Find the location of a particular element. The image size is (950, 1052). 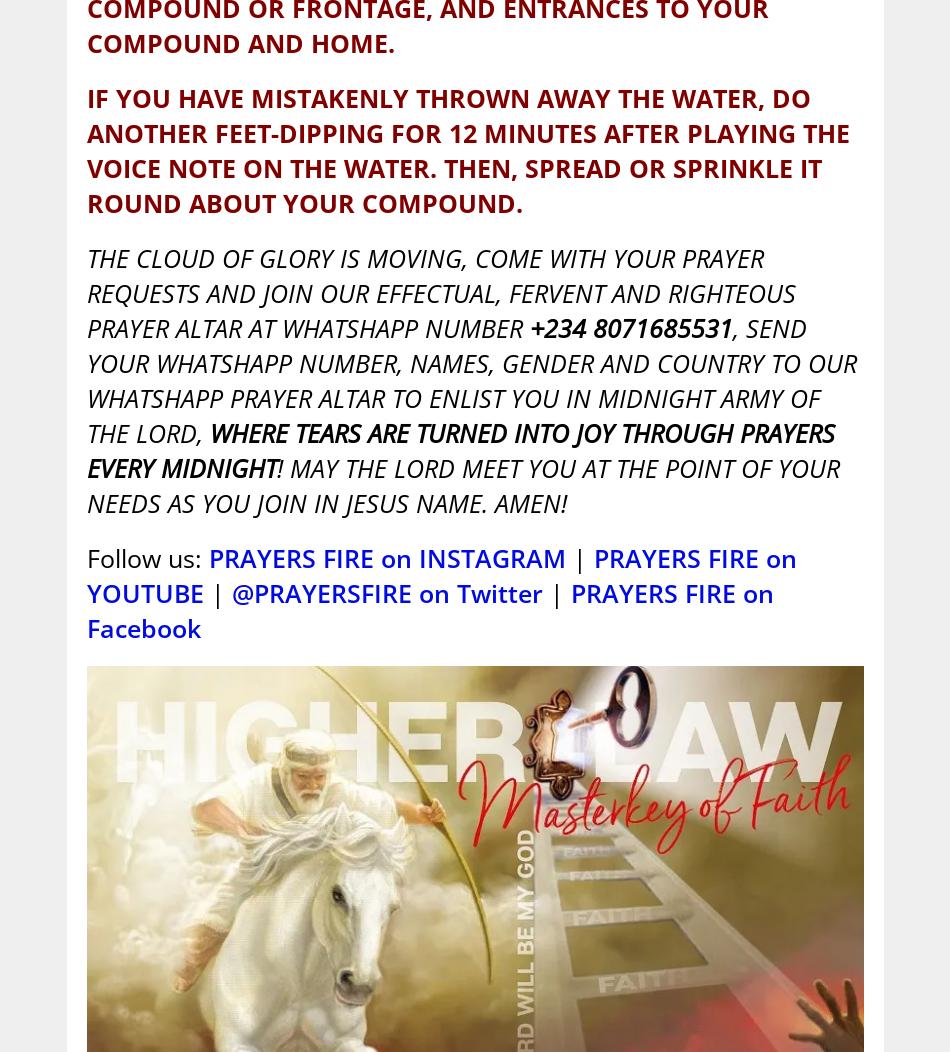

'@PRAYERSFIRE on Twitter' is located at coordinates (385, 592).